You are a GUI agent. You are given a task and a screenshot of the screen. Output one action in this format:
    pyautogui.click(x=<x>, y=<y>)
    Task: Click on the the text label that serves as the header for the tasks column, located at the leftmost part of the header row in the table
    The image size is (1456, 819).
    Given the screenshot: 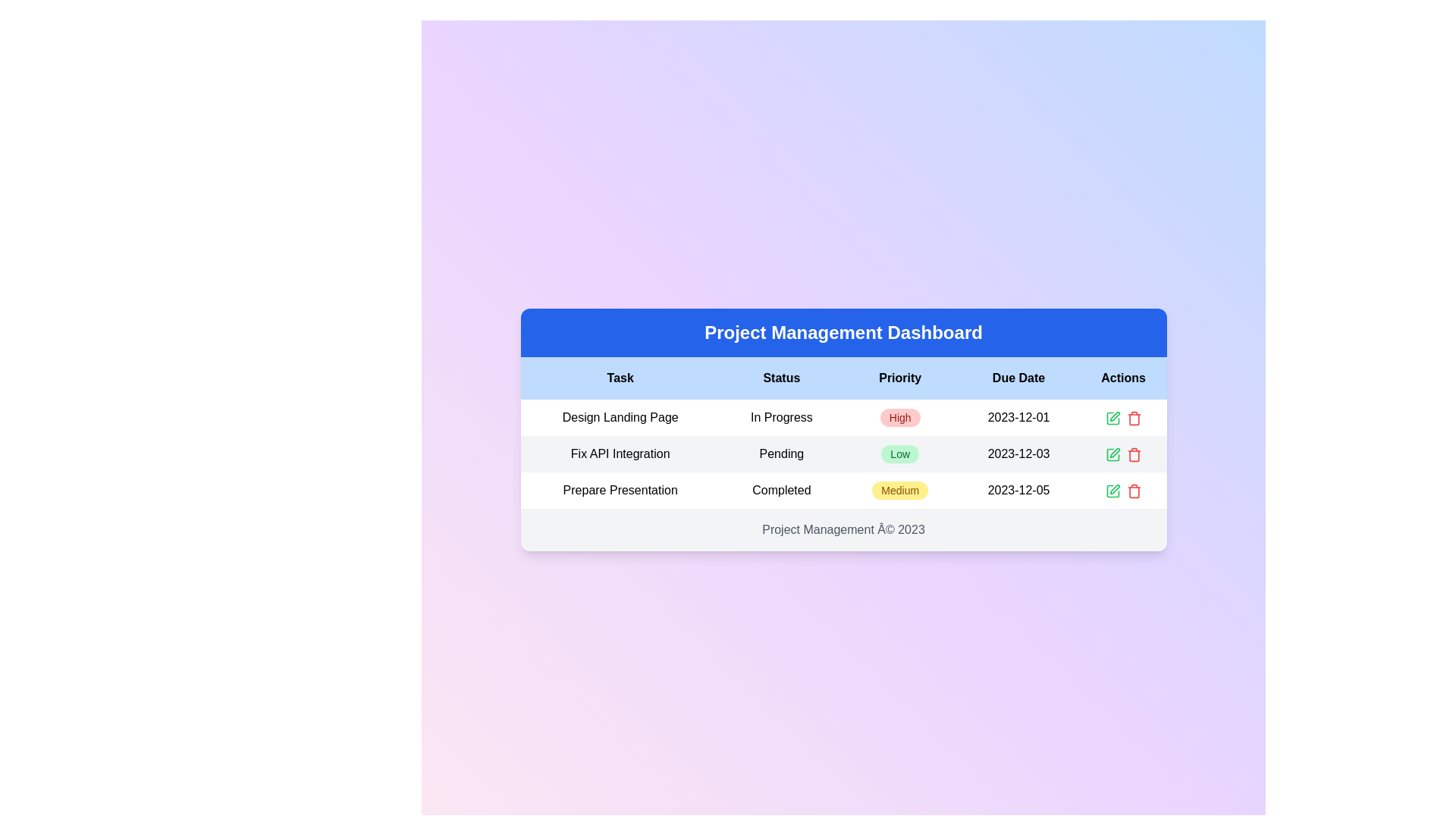 What is the action you would take?
    pyautogui.click(x=620, y=377)
    